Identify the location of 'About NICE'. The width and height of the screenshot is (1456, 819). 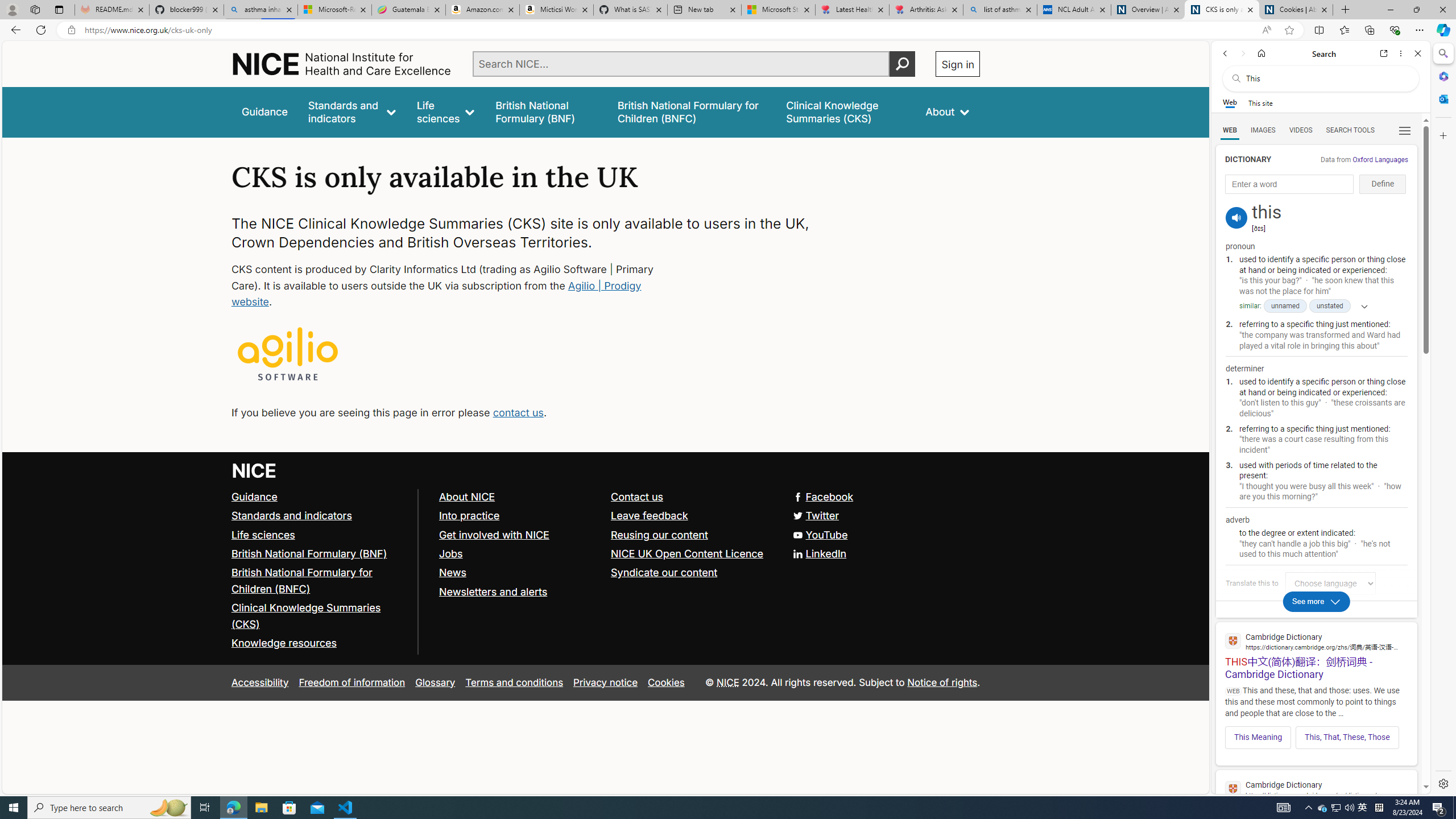
(466, 497).